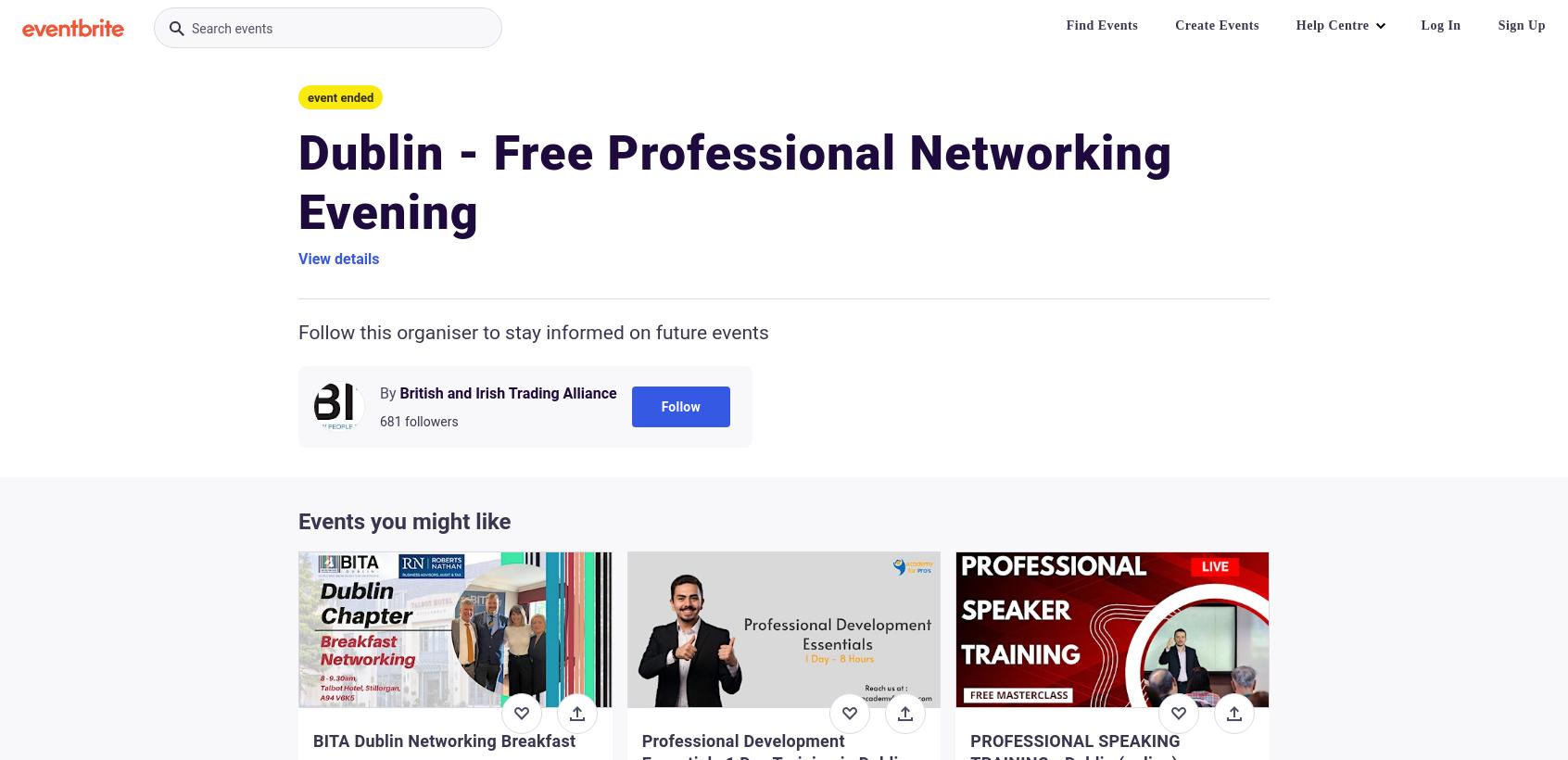 This screenshot has height=760, width=1568. Describe the element at coordinates (387, 392) in the screenshot. I see `'By'` at that location.